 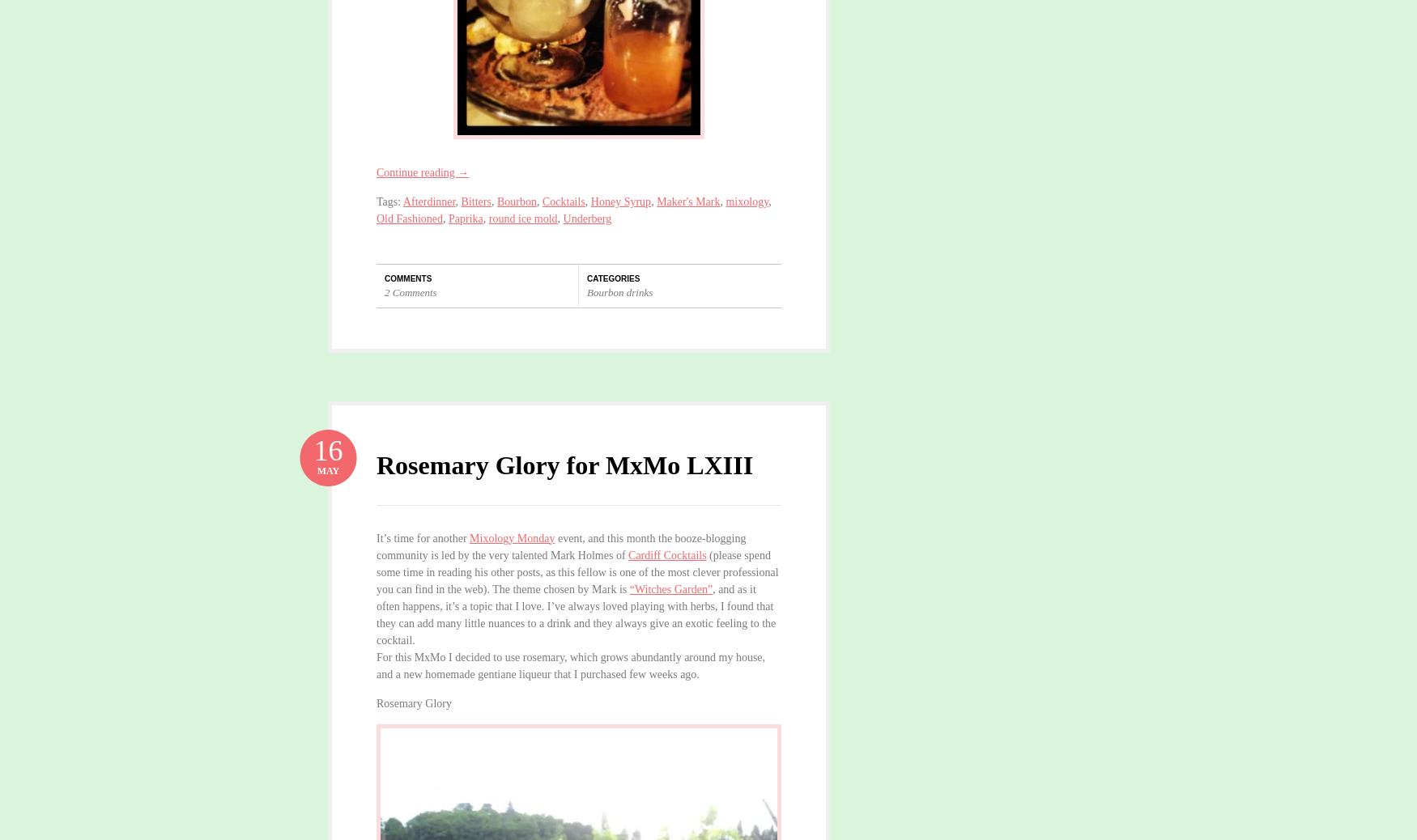 What do you see at coordinates (422, 537) in the screenshot?
I see `'It’s time for another'` at bounding box center [422, 537].